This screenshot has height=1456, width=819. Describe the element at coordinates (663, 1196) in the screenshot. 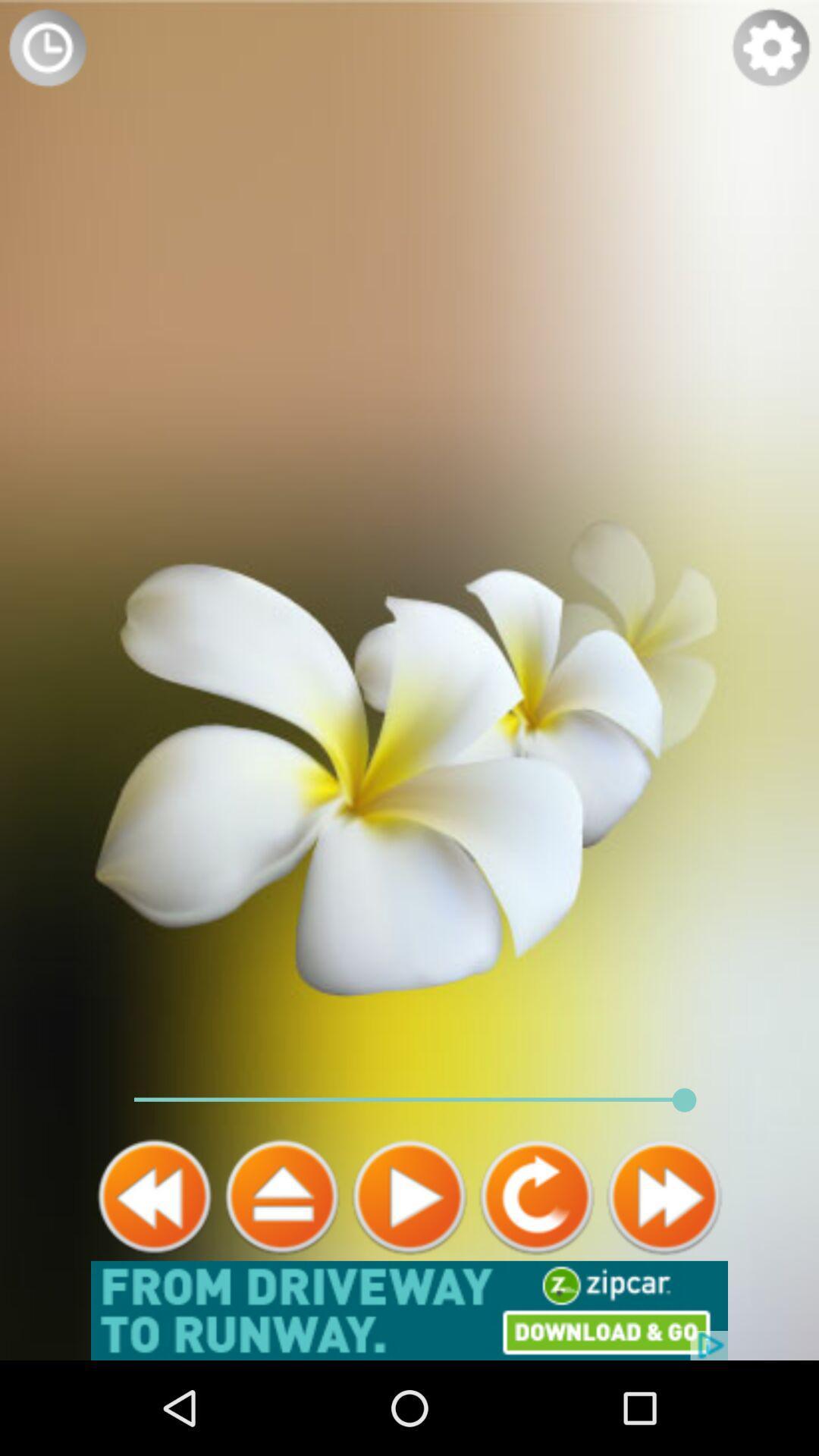

I see `next button` at that location.